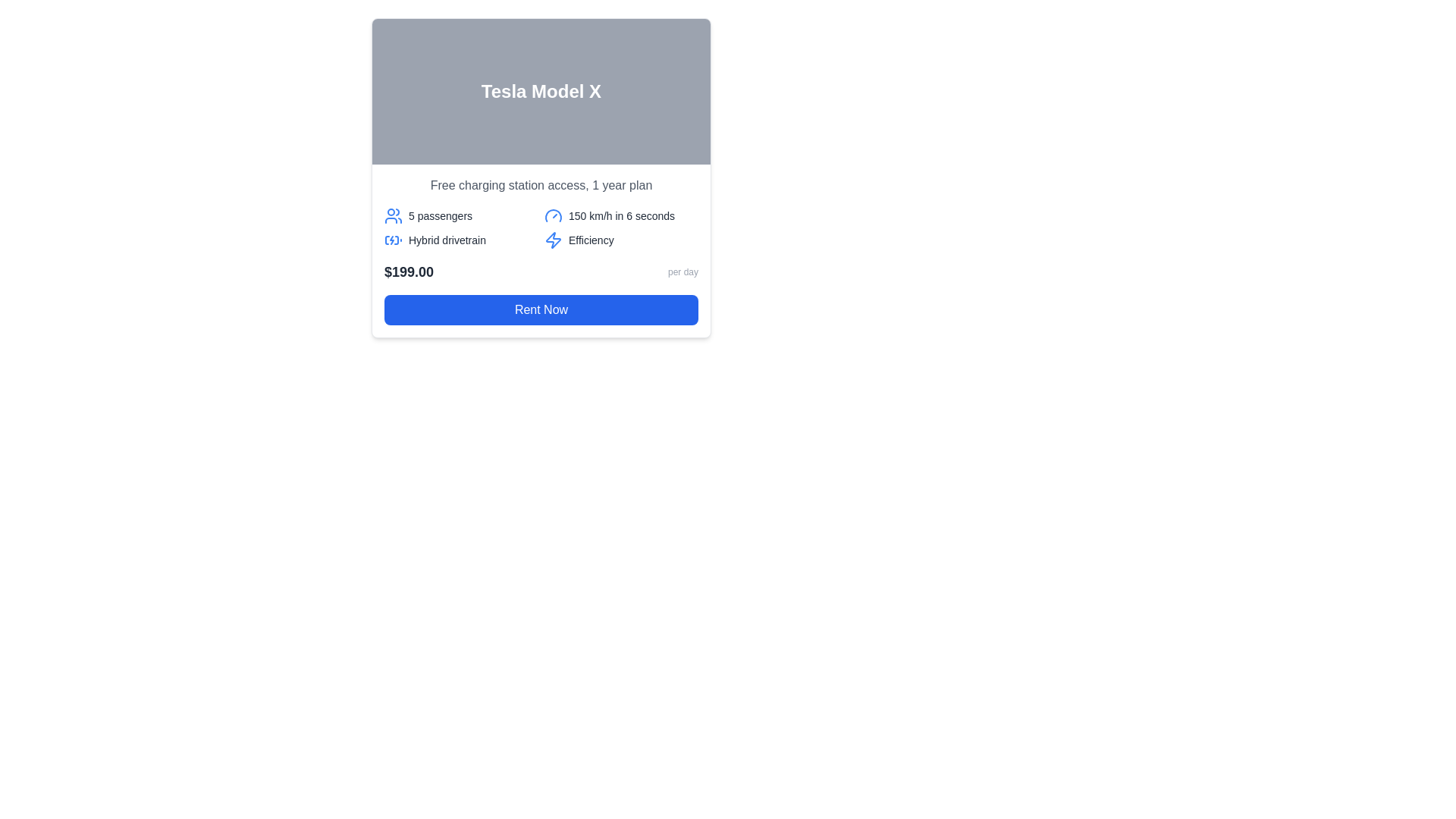 This screenshot has height=819, width=1456. Describe the element at coordinates (541, 309) in the screenshot. I see `the 'Rent Now' button located at the bottom of the featured card` at that location.